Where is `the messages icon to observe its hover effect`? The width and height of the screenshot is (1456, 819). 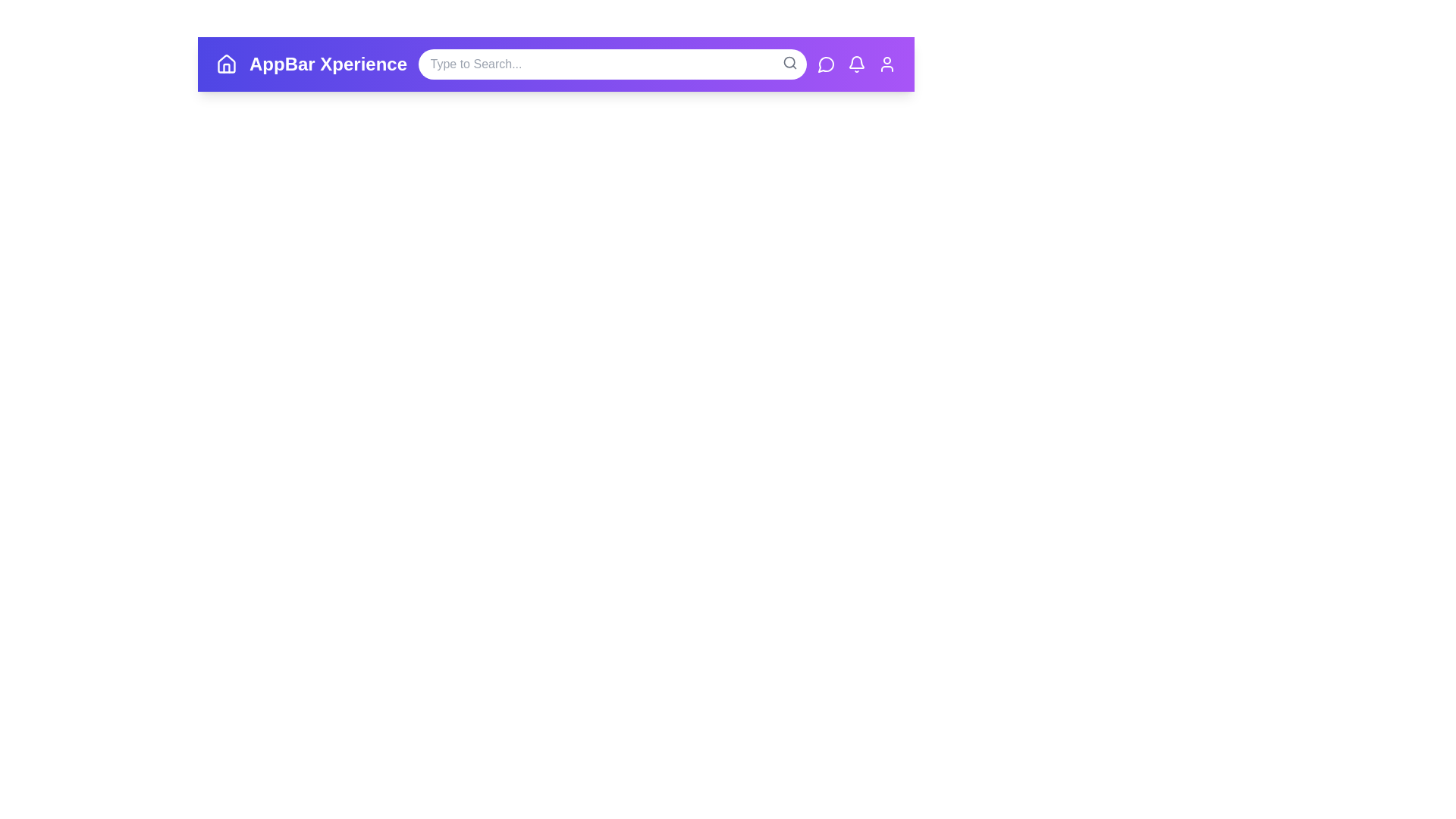
the messages icon to observe its hover effect is located at coordinates (825, 63).